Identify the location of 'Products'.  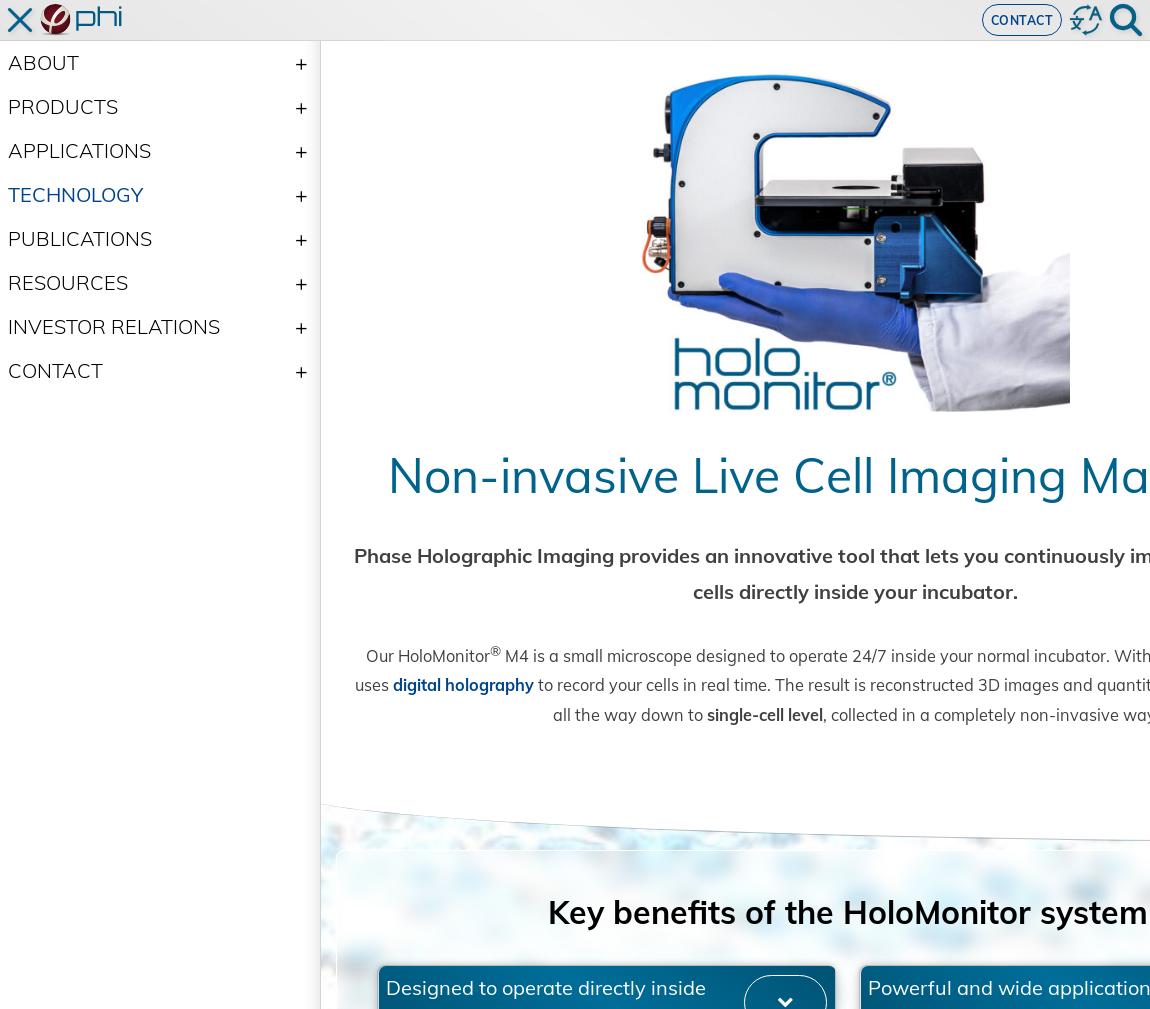
(62, 105).